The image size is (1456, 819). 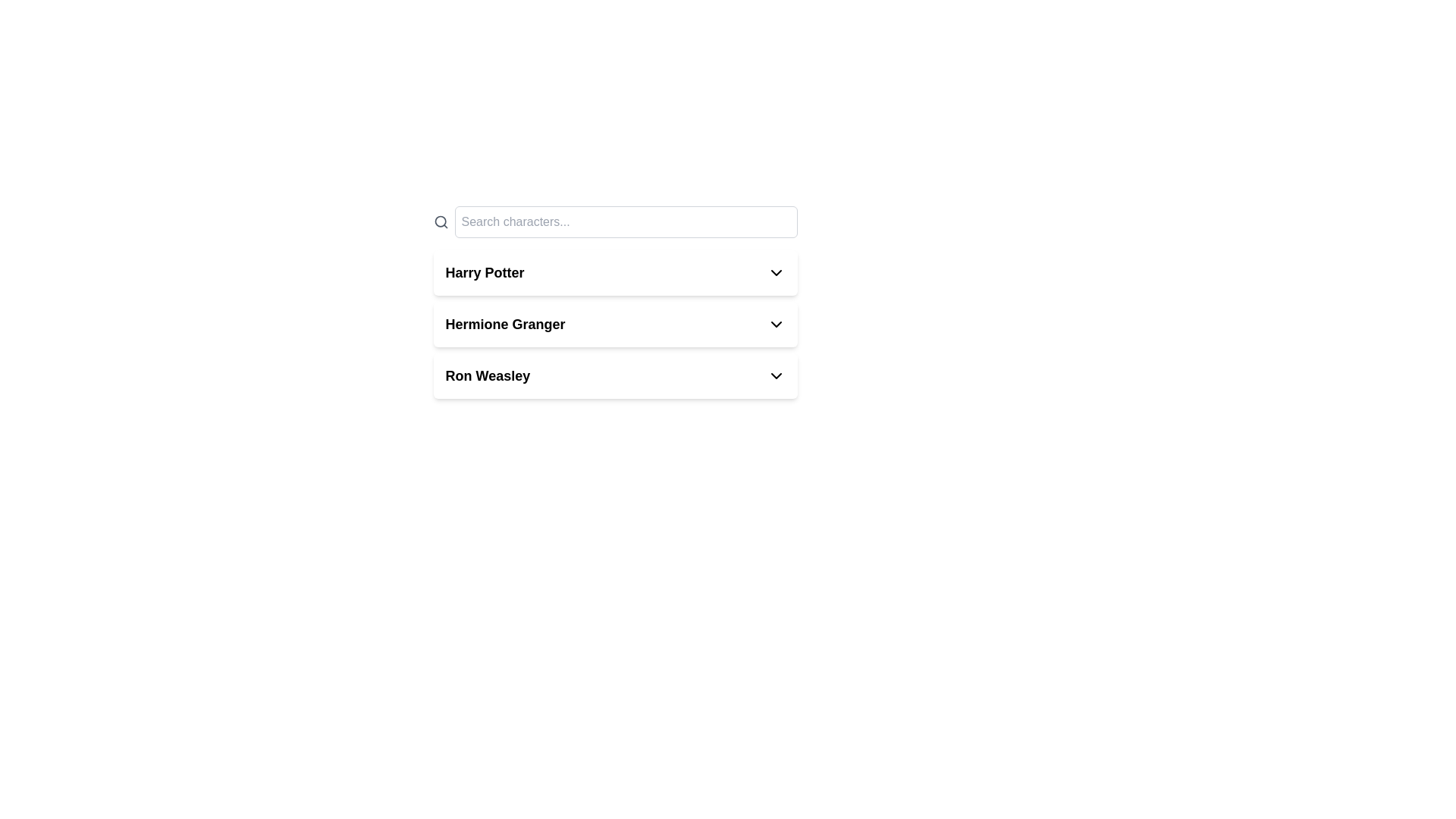 What do you see at coordinates (776, 375) in the screenshot?
I see `the downward-facing chevron icon in the 'Ron Weasley' section` at bounding box center [776, 375].